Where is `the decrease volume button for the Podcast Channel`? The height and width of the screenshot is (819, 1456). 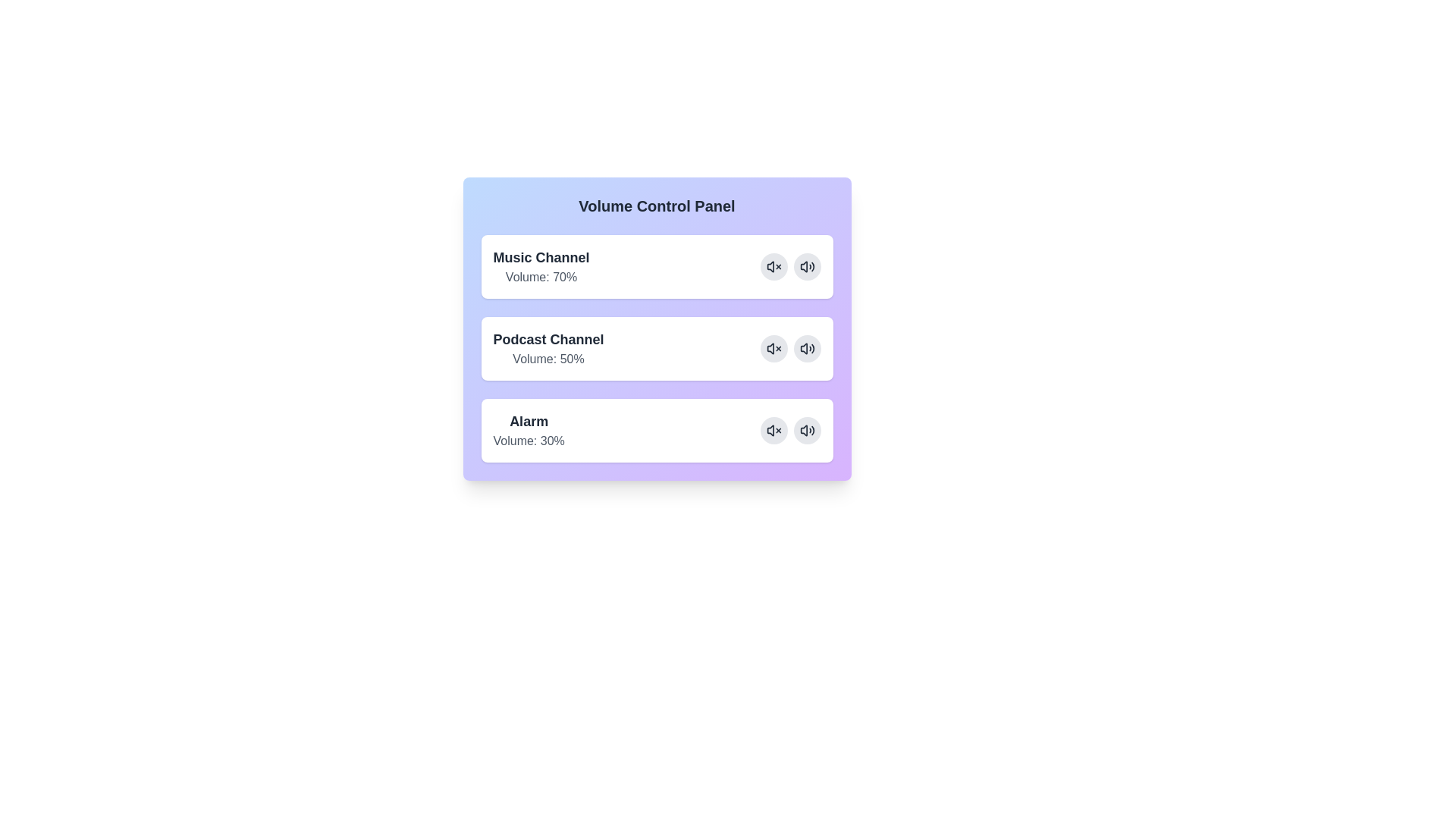 the decrease volume button for the Podcast Channel is located at coordinates (773, 348).